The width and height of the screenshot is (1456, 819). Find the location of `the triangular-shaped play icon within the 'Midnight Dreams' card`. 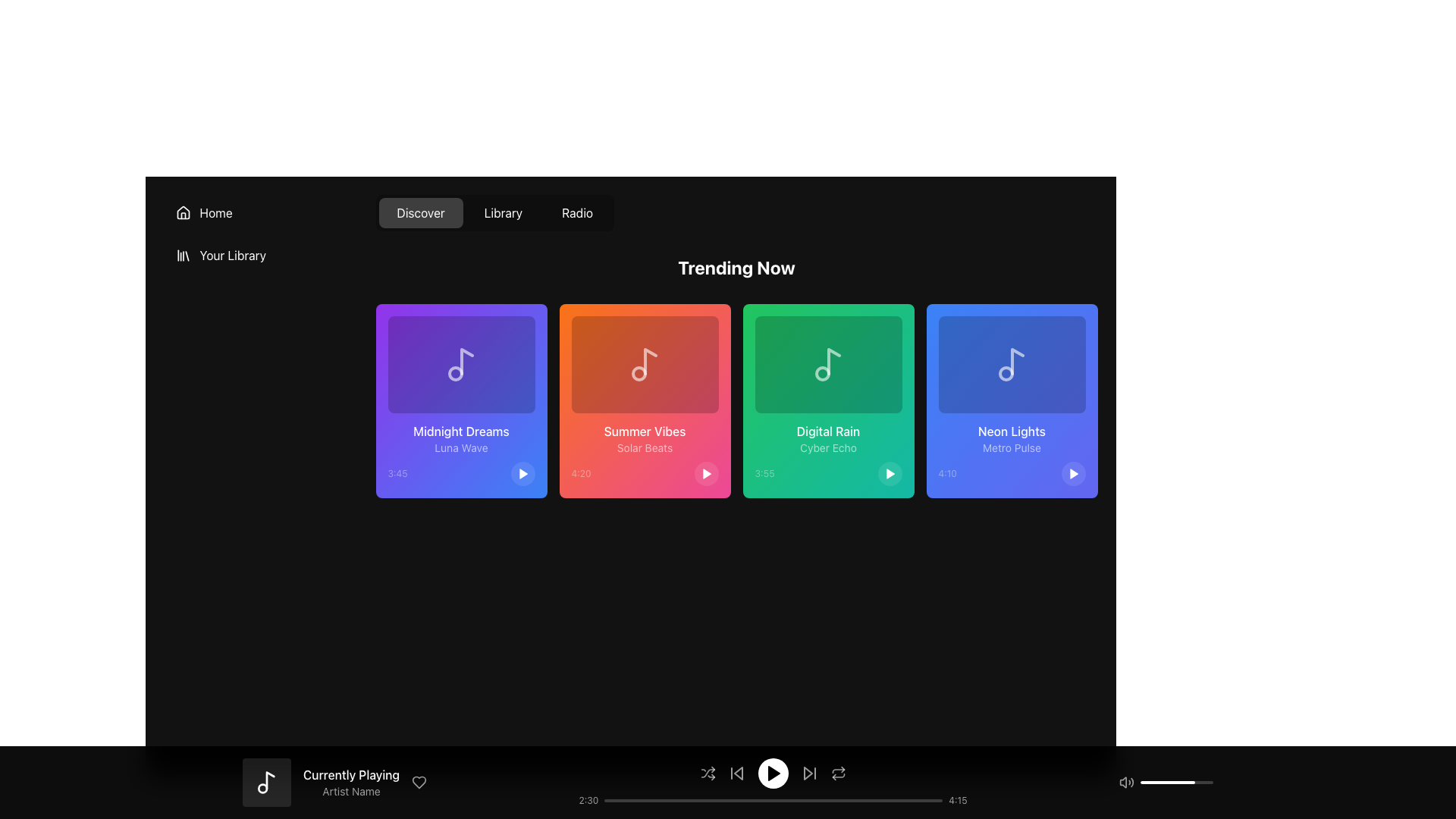

the triangular-shaped play icon within the 'Midnight Dreams' card is located at coordinates (523, 472).